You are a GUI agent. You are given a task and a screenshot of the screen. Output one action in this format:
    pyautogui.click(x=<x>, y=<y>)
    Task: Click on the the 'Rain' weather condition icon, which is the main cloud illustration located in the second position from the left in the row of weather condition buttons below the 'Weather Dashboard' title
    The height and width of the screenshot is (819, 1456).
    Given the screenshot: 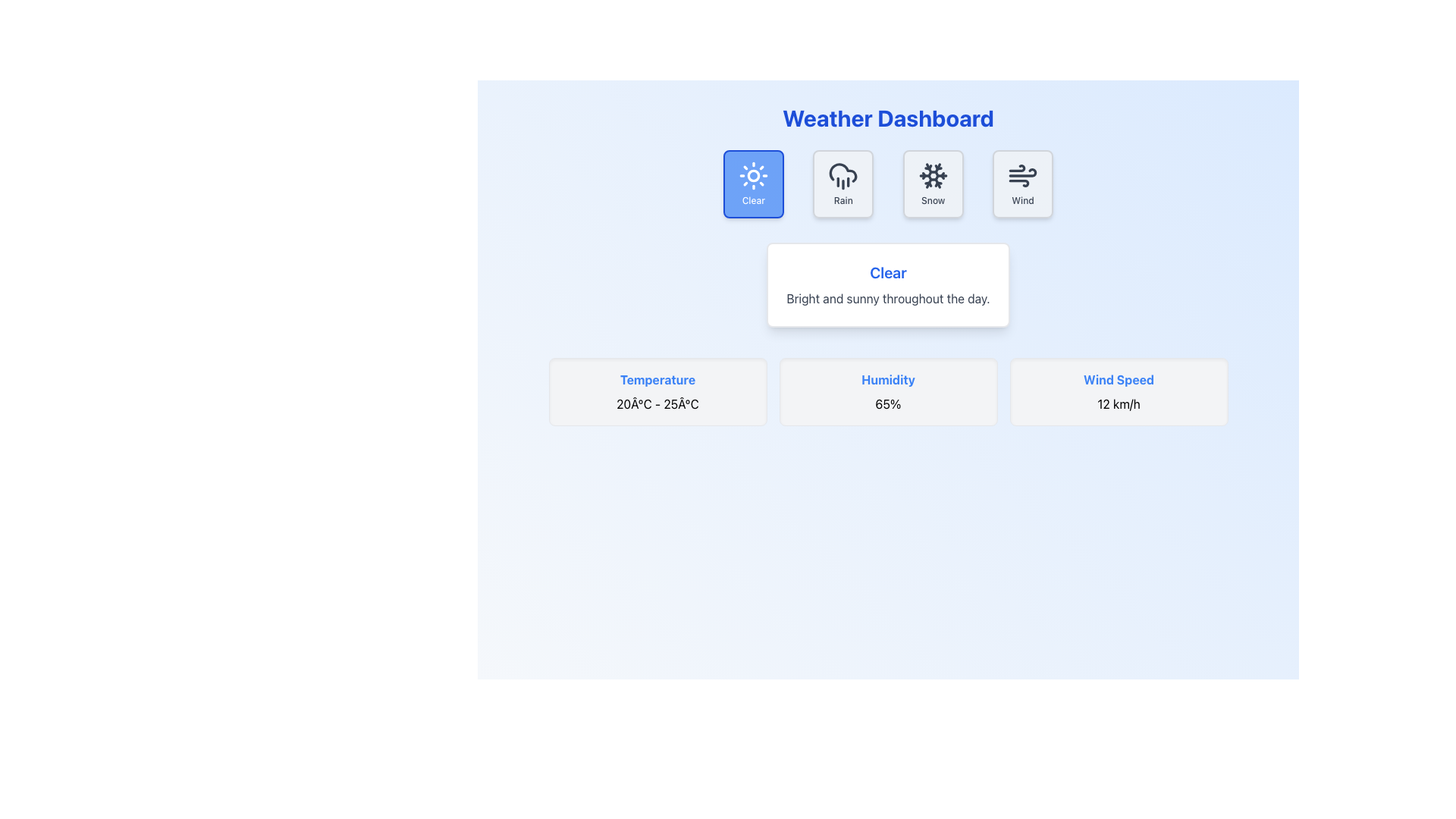 What is the action you would take?
    pyautogui.click(x=843, y=171)
    